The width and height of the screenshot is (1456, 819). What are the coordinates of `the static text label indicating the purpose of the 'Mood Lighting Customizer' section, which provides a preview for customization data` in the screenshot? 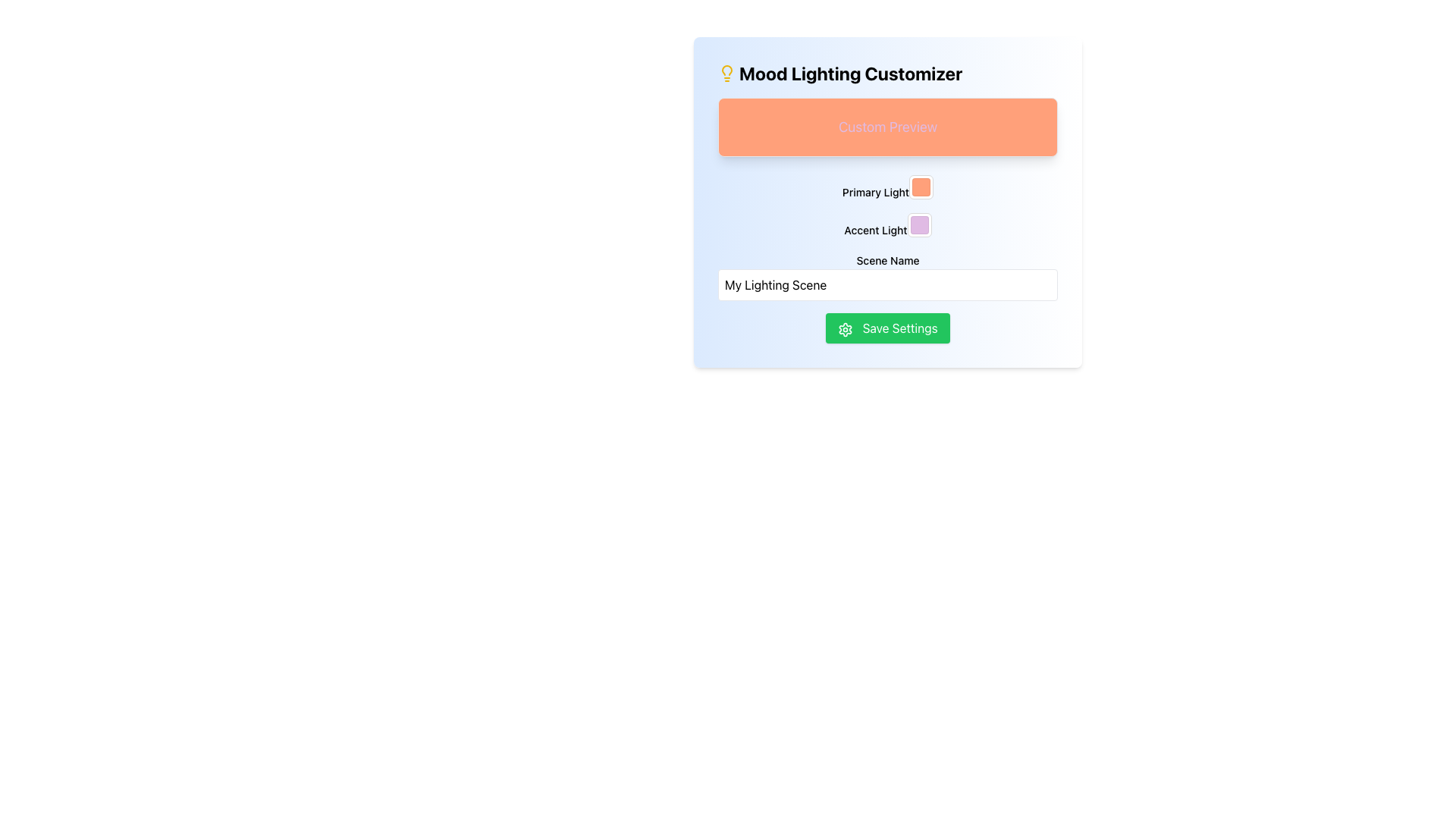 It's located at (888, 127).